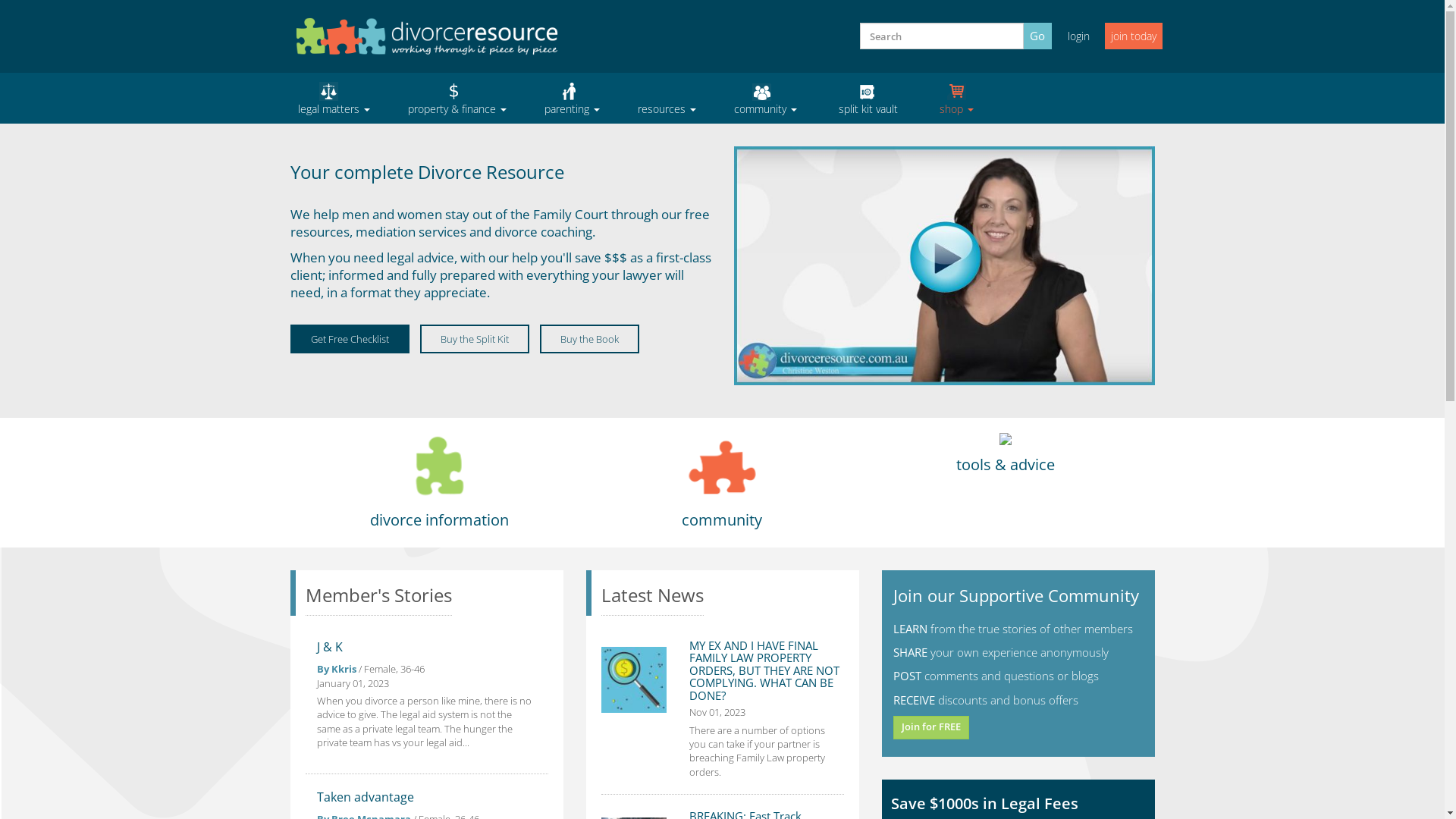 This screenshot has height=819, width=1456. What do you see at coordinates (365, 795) in the screenshot?
I see `'Taken advantage'` at bounding box center [365, 795].